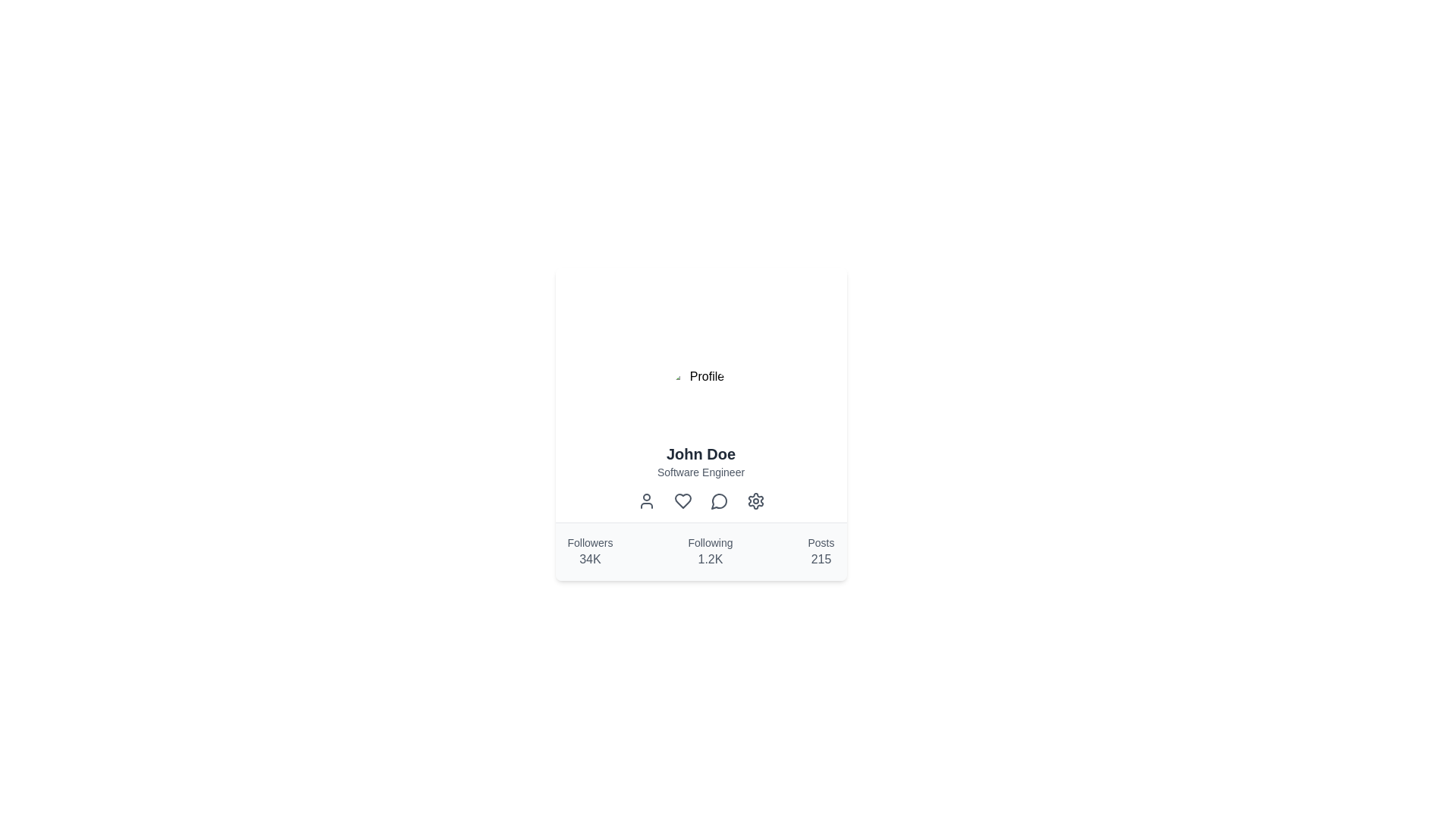  Describe the element at coordinates (700, 472) in the screenshot. I see `the text label that describes the role or job title for the user 'John Doe', located directly below the 'John Doe' text within the central card layout` at that location.